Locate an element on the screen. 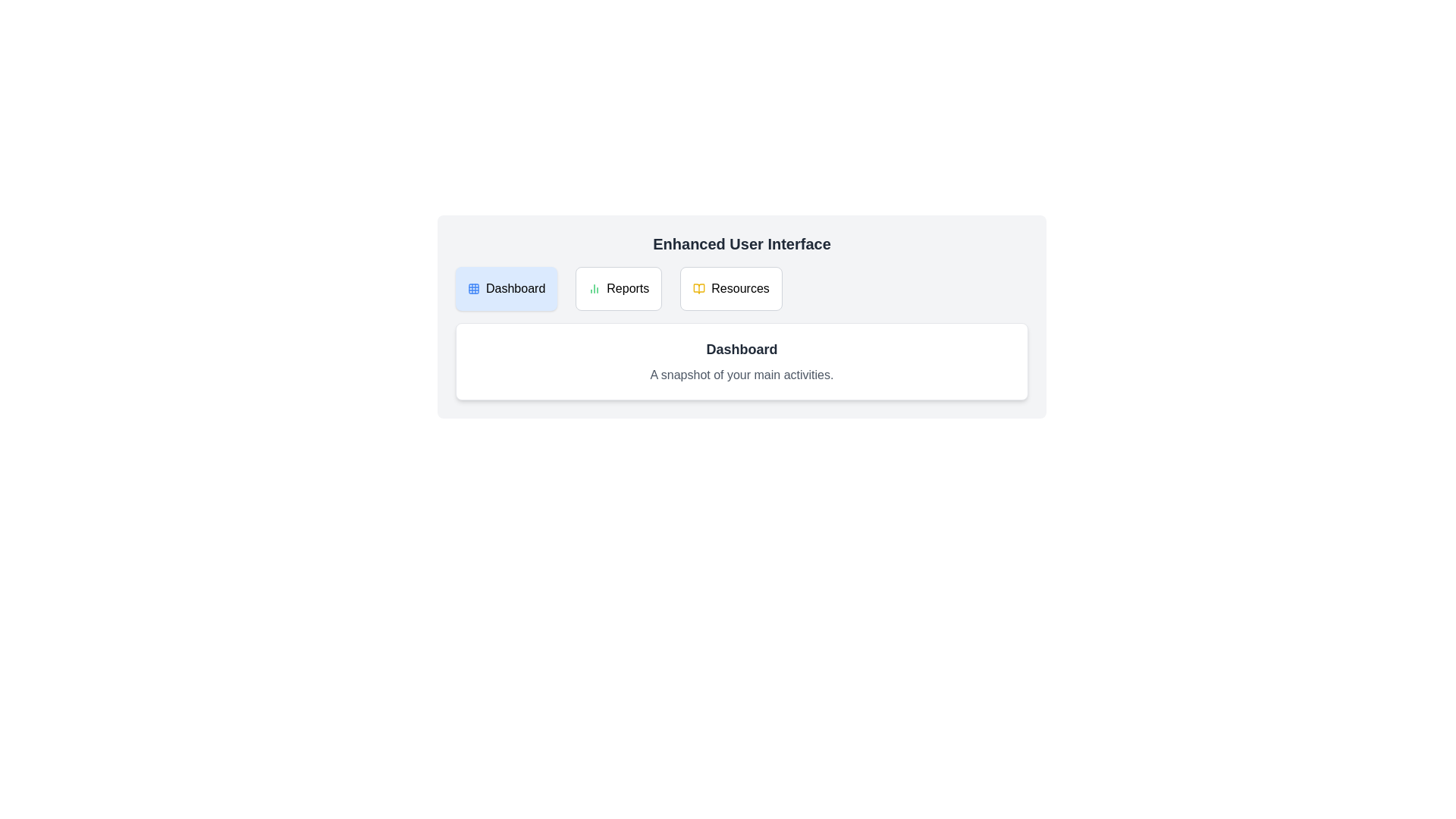 Image resolution: width=1456 pixels, height=819 pixels. the tab labeled Resources is located at coordinates (731, 289).